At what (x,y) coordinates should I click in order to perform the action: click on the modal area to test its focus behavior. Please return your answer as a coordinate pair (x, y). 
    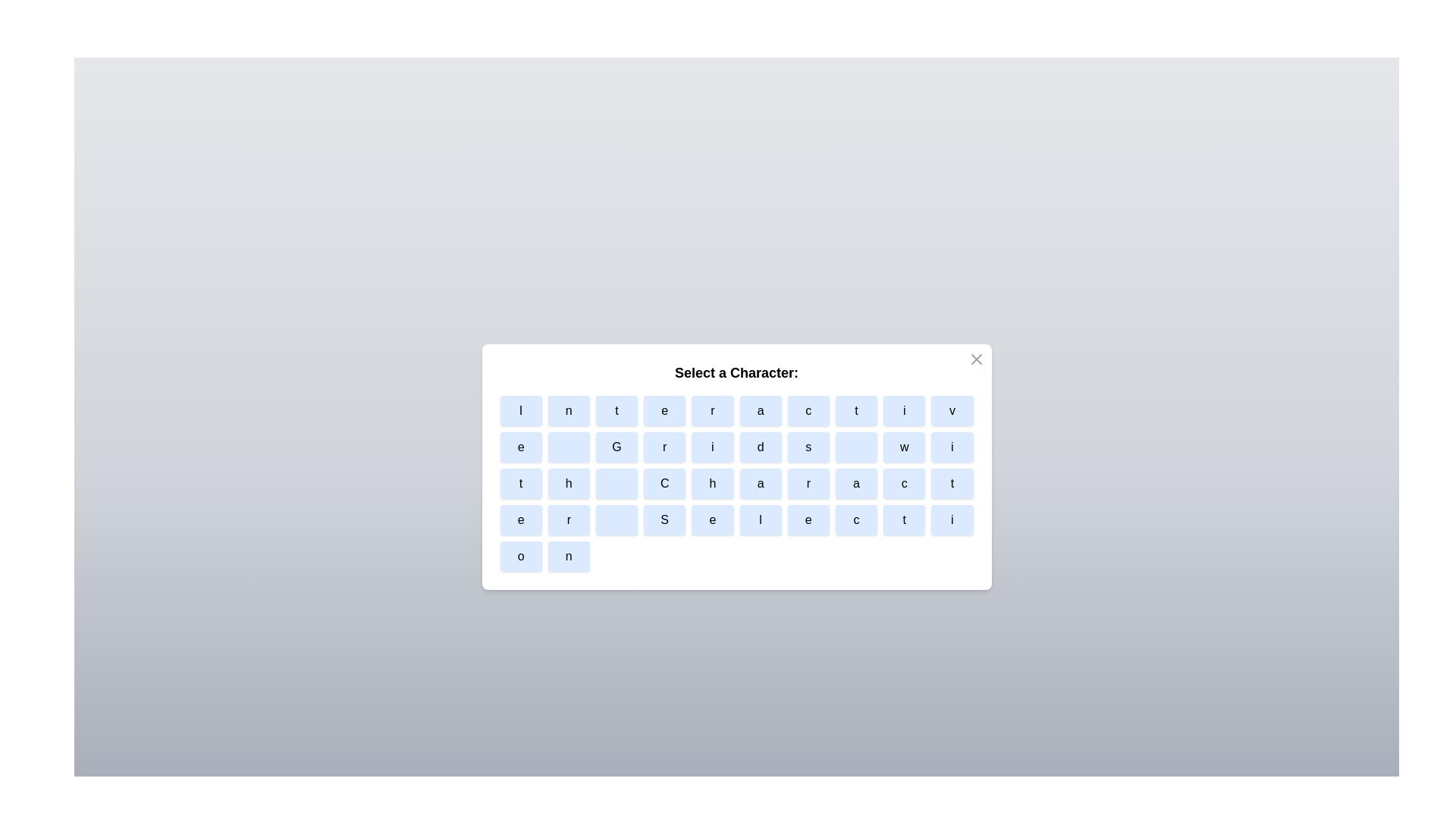
    Looking at the image, I should click on (736, 466).